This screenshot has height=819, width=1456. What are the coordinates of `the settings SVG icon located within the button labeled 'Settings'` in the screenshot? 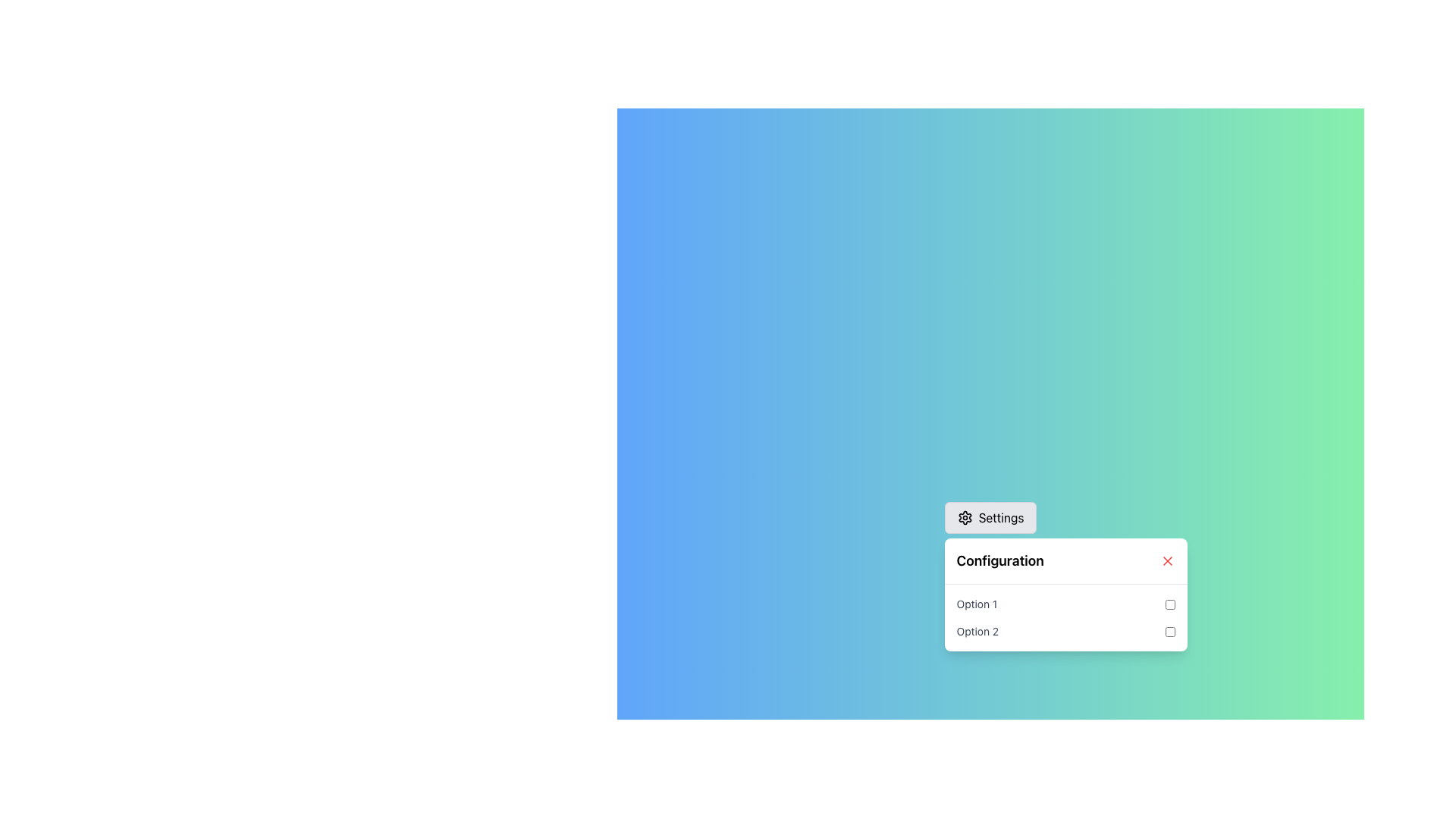 It's located at (964, 516).